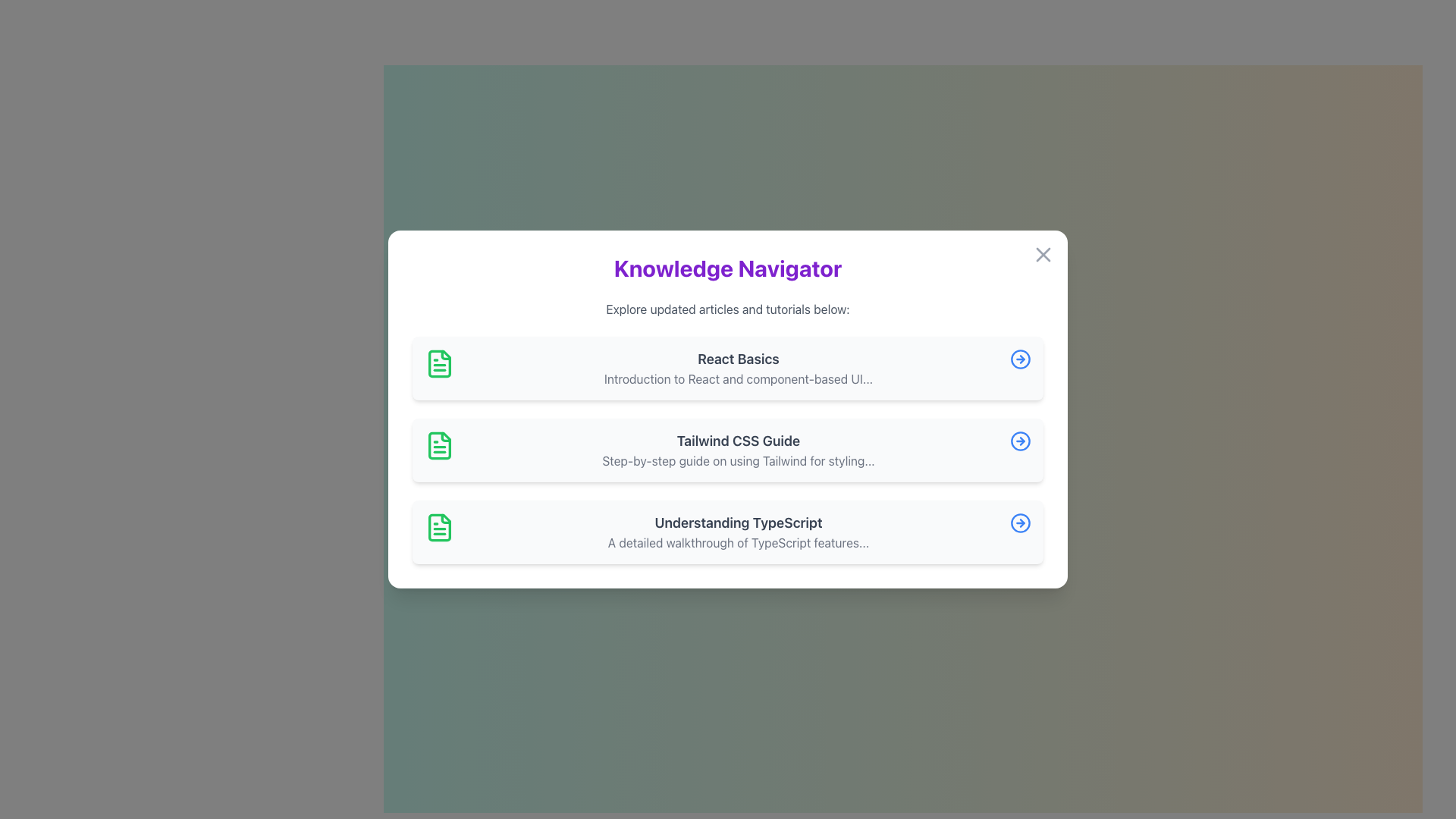  I want to click on the central circle of the rightward-pointing arrow icon, which has a blue stroke and is part of an SVG illustration, located next to the 'Tailwind CSS Guide' list item, so click(1020, 441).